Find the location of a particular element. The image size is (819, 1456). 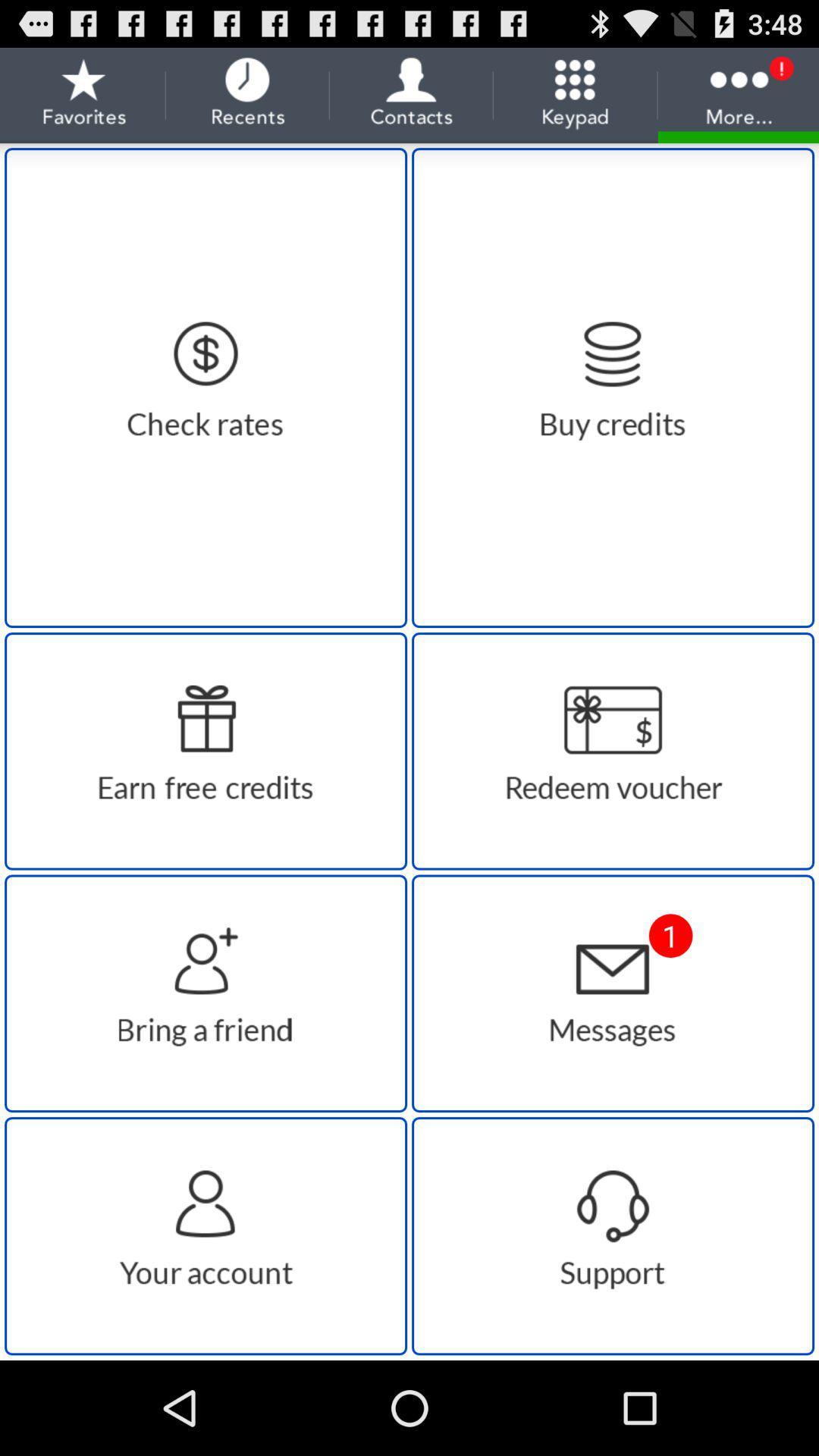

contact support is located at coordinates (612, 1236).